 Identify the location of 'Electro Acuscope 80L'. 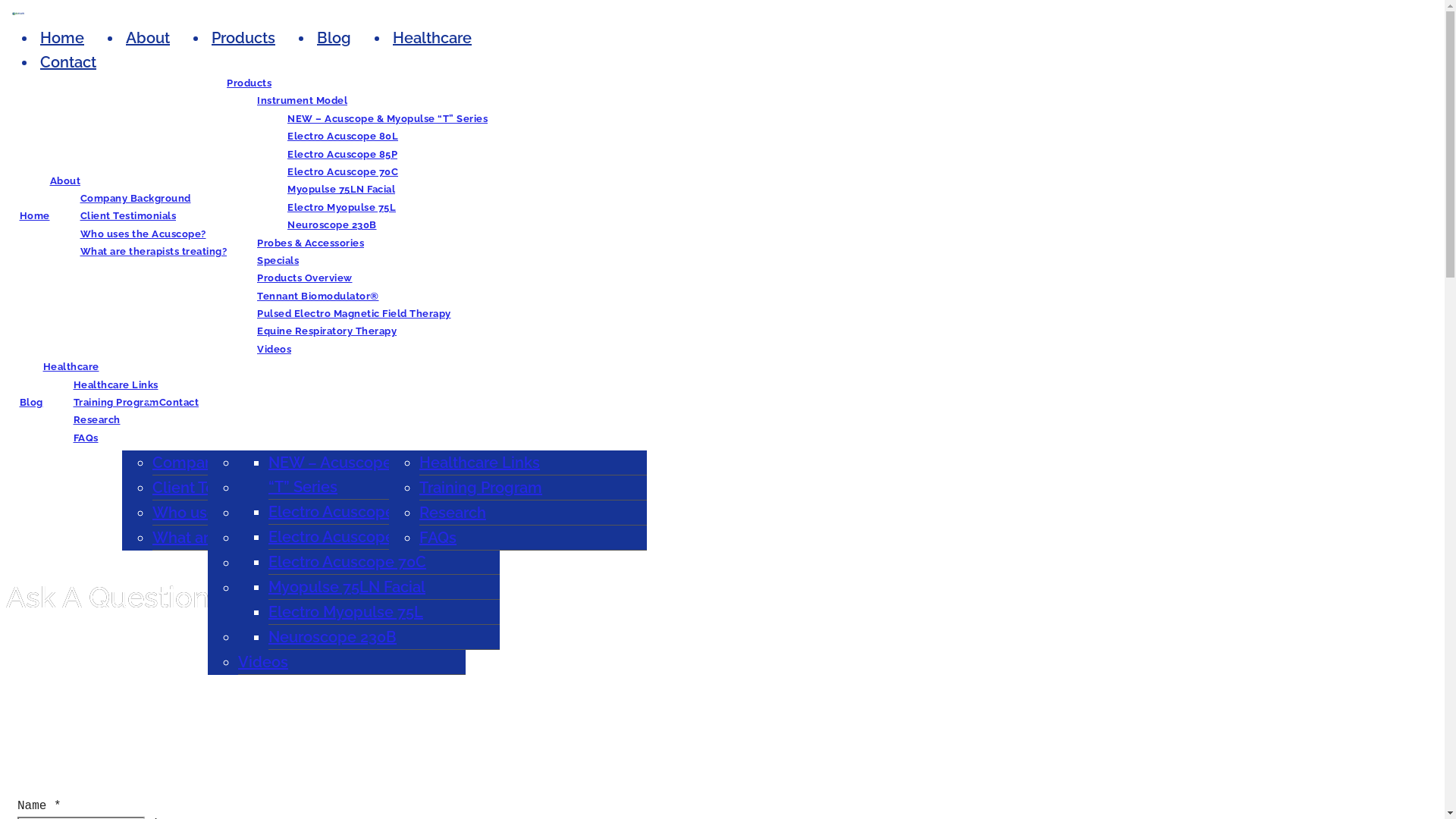
(341, 135).